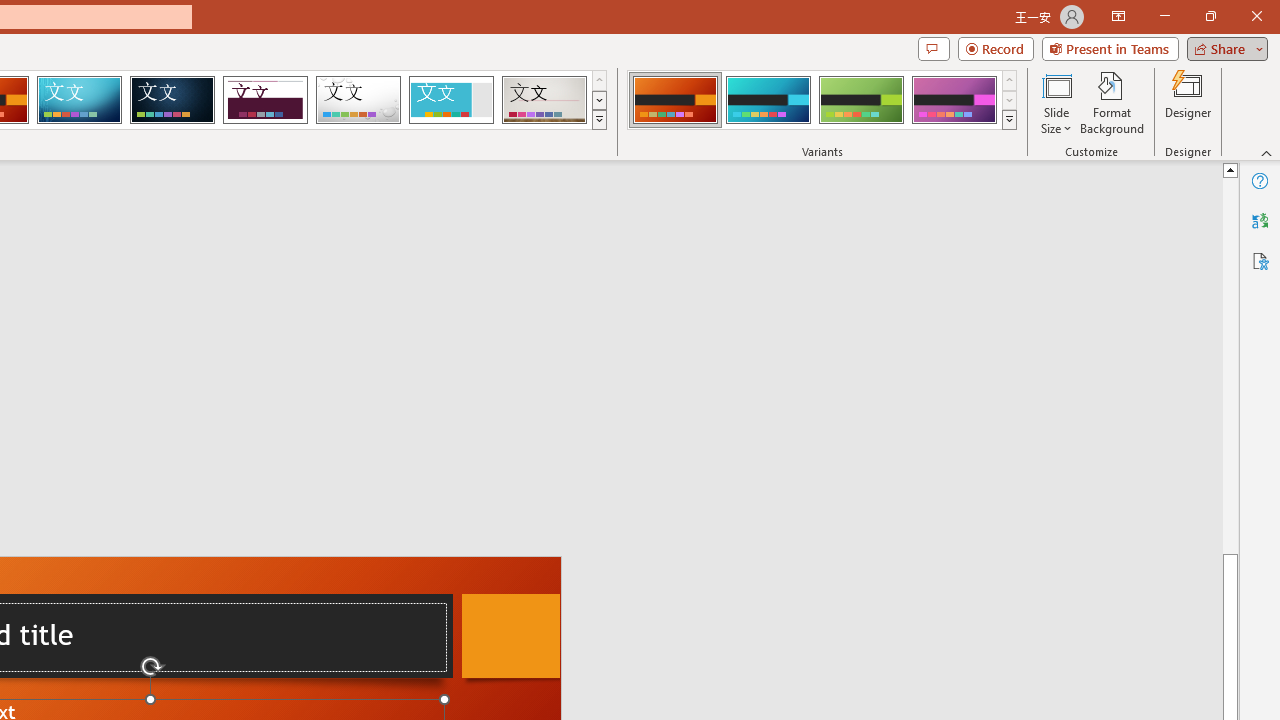  What do you see at coordinates (358, 100) in the screenshot?
I see `'Droplet'` at bounding box center [358, 100].